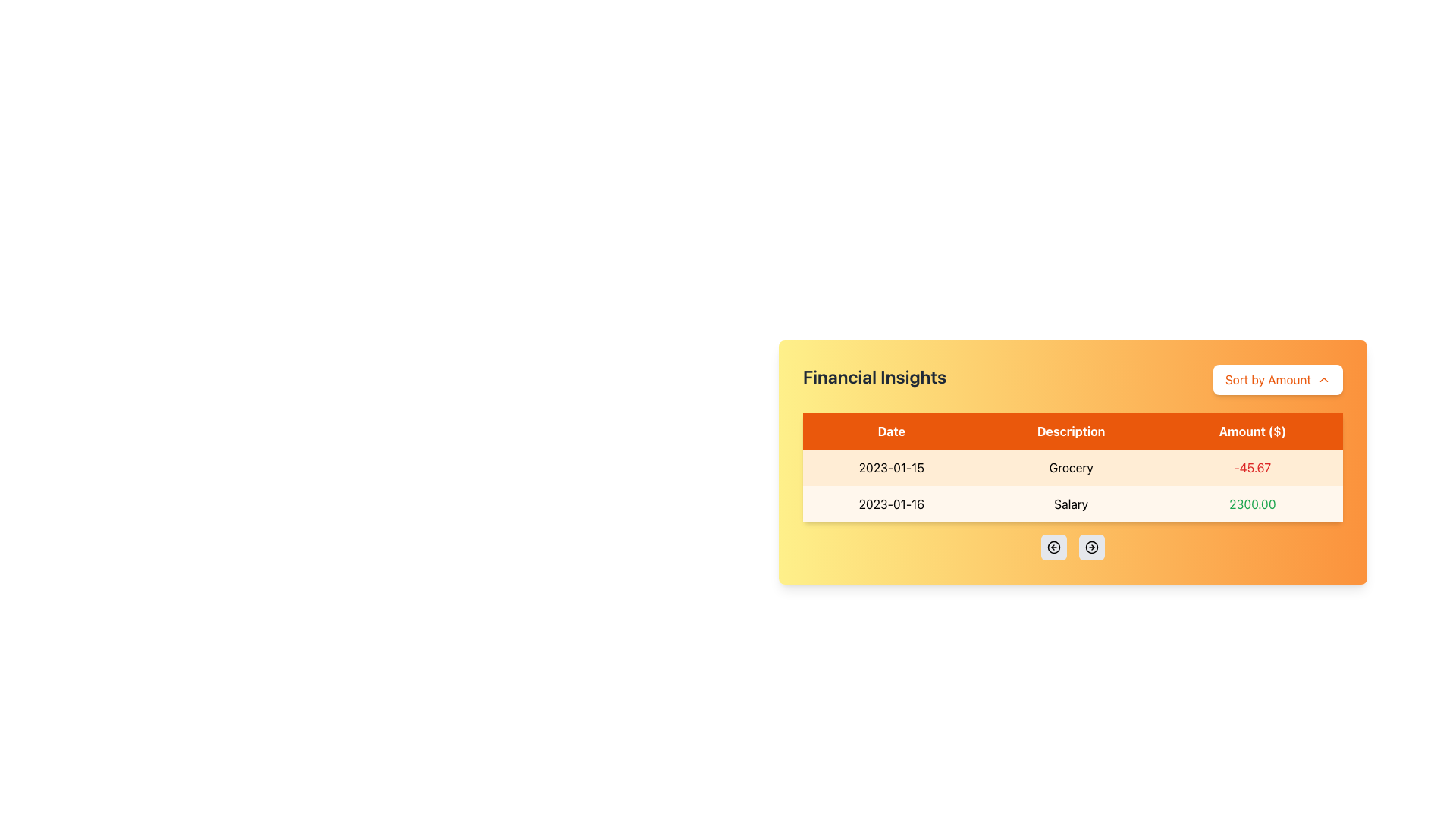 The image size is (1456, 819). I want to click on the static text field in the second row of the financial transaction table that displays the transaction date, located under the 'Date' header, so click(891, 504).